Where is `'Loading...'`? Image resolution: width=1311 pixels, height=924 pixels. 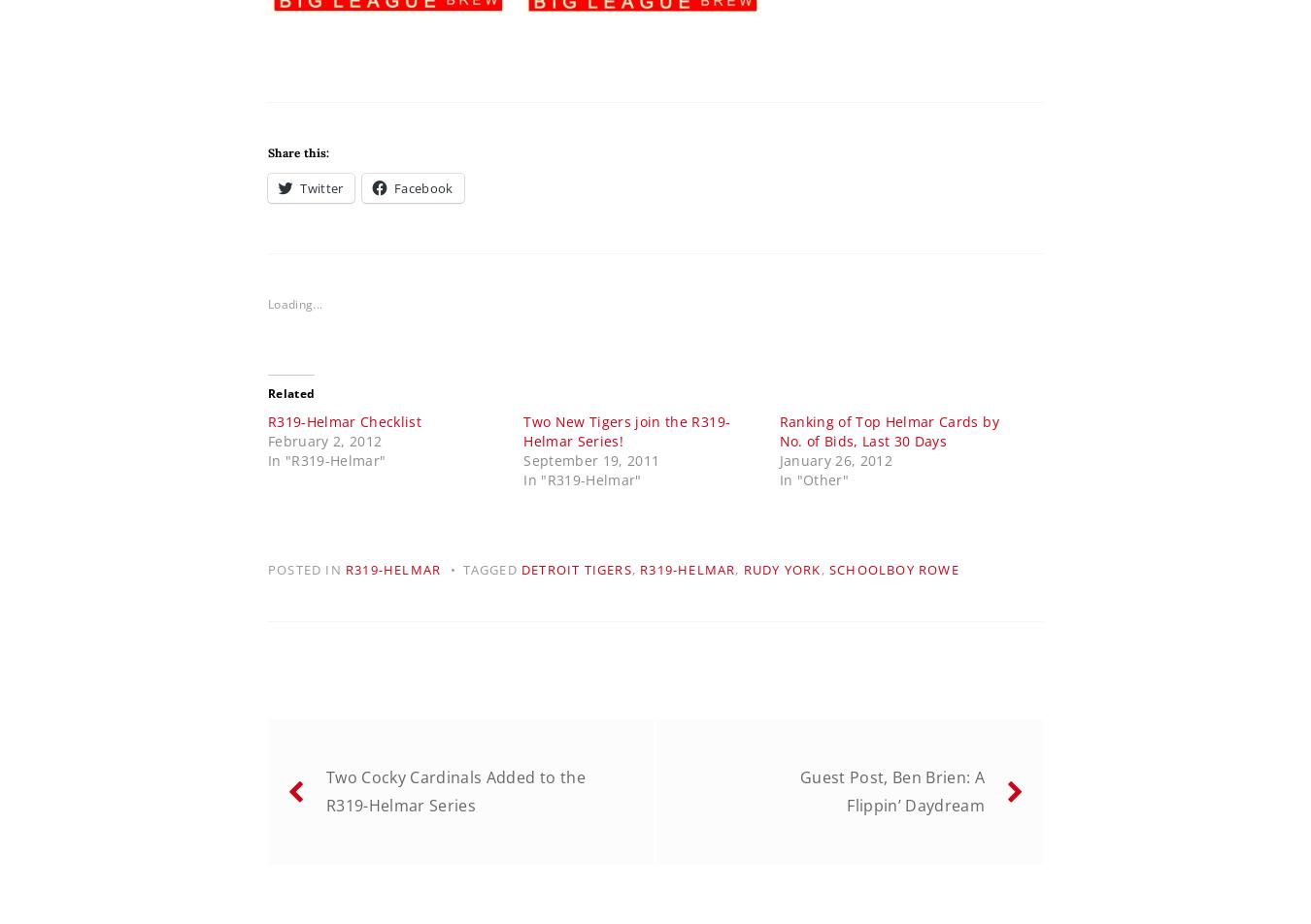 'Loading...' is located at coordinates (294, 303).